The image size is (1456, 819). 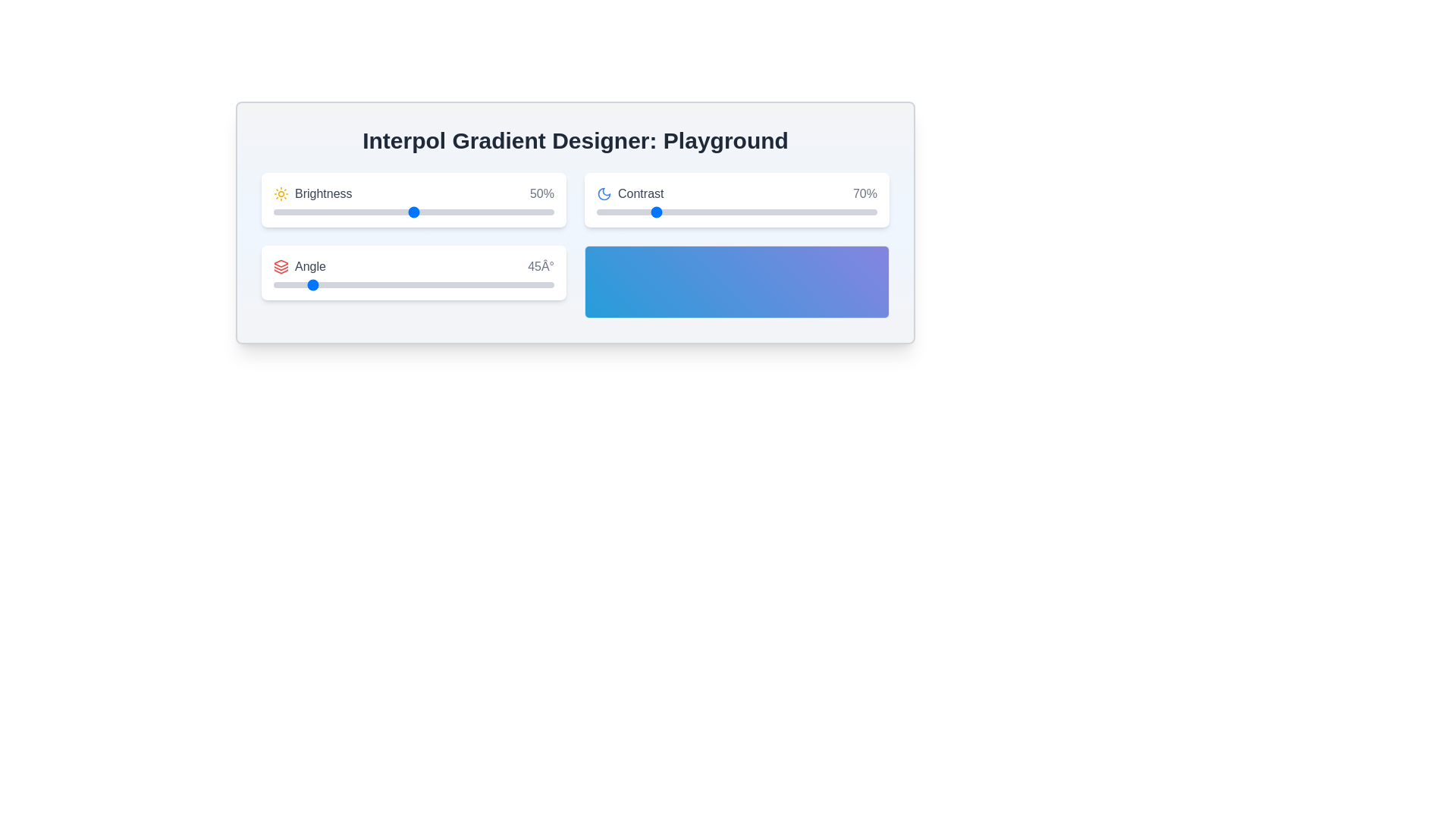 I want to click on the contrast level, so click(x=806, y=212).